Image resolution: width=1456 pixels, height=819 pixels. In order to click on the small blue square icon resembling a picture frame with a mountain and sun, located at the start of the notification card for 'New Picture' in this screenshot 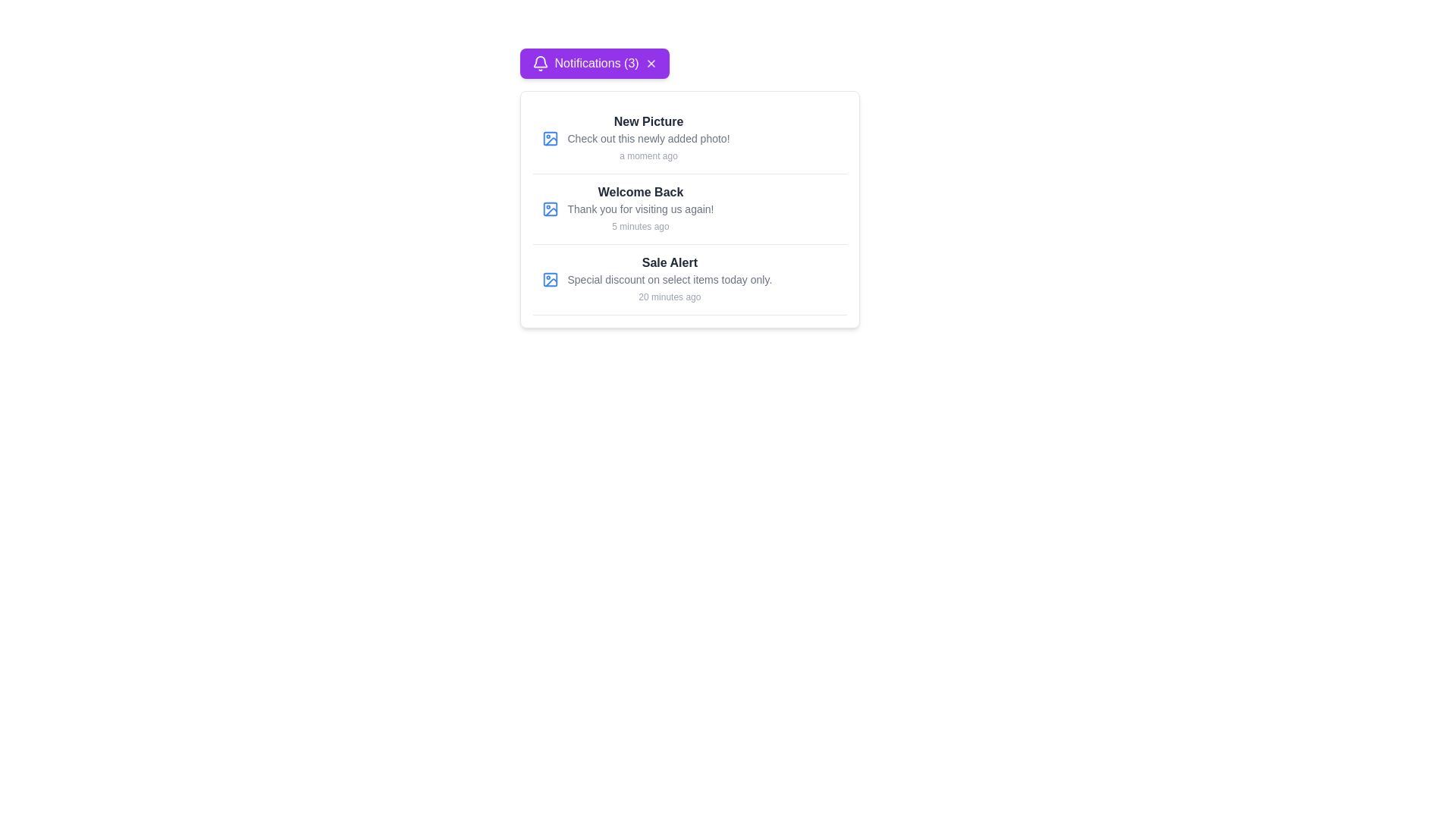, I will do `click(549, 138)`.